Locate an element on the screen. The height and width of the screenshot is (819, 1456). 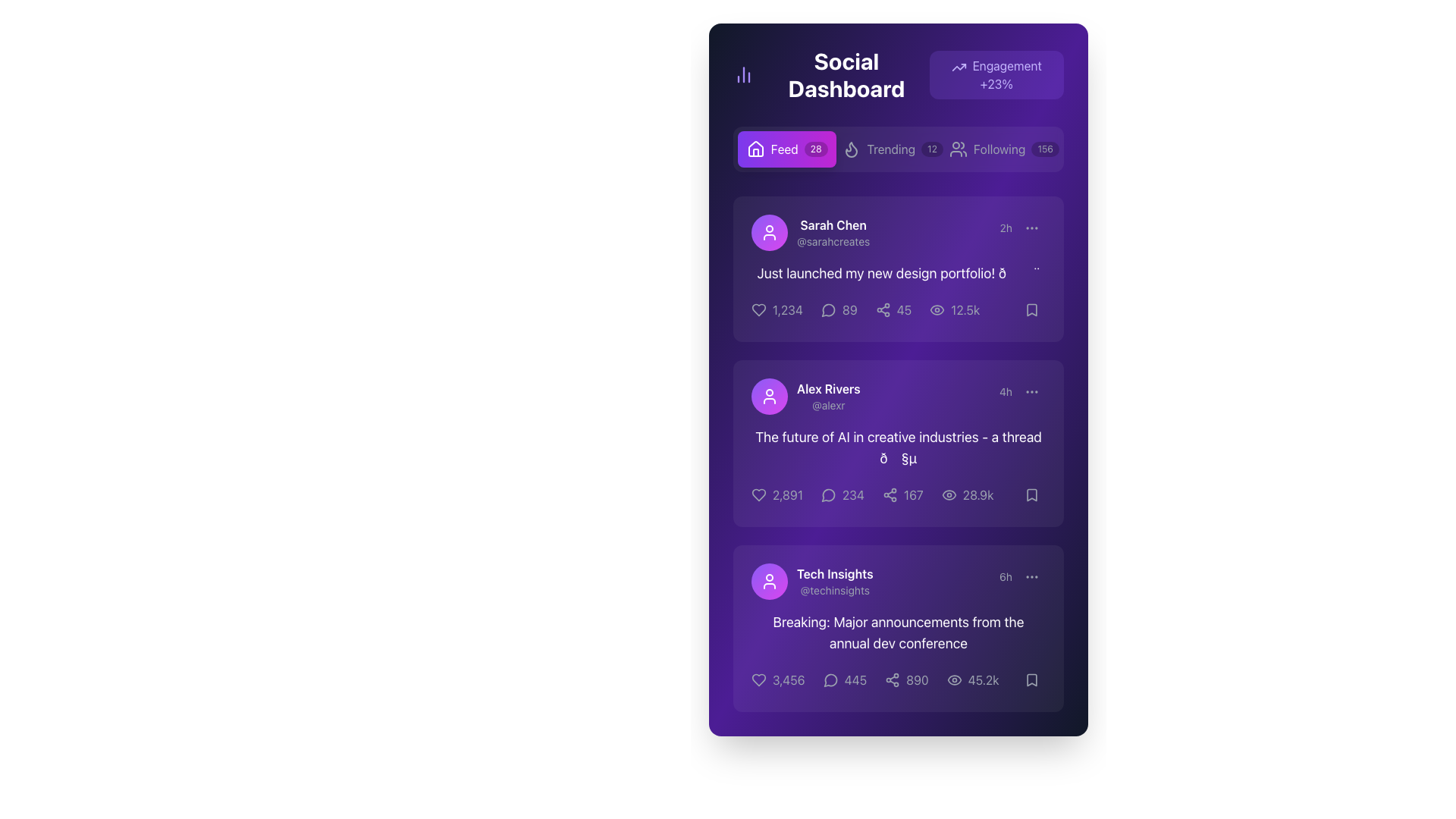
the bookmark button located in the bottom-right corner of the top post card in the feed section is located at coordinates (1031, 309).